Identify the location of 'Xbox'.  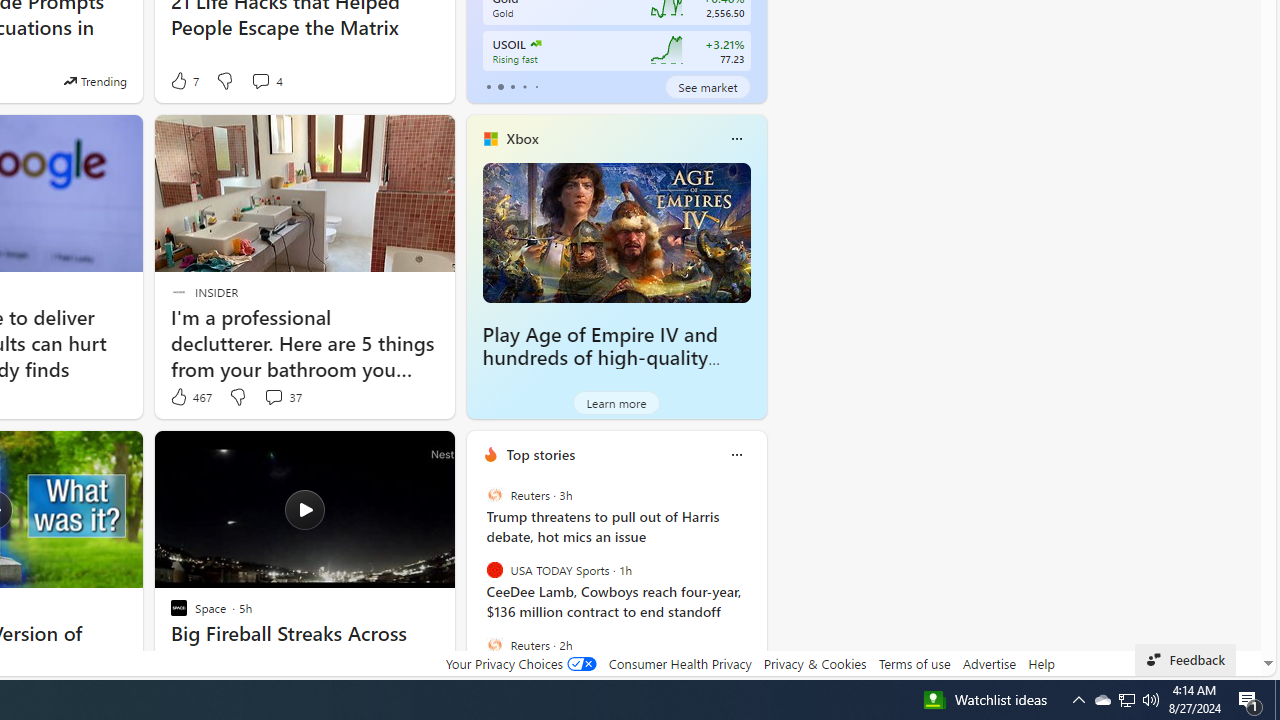
(522, 138).